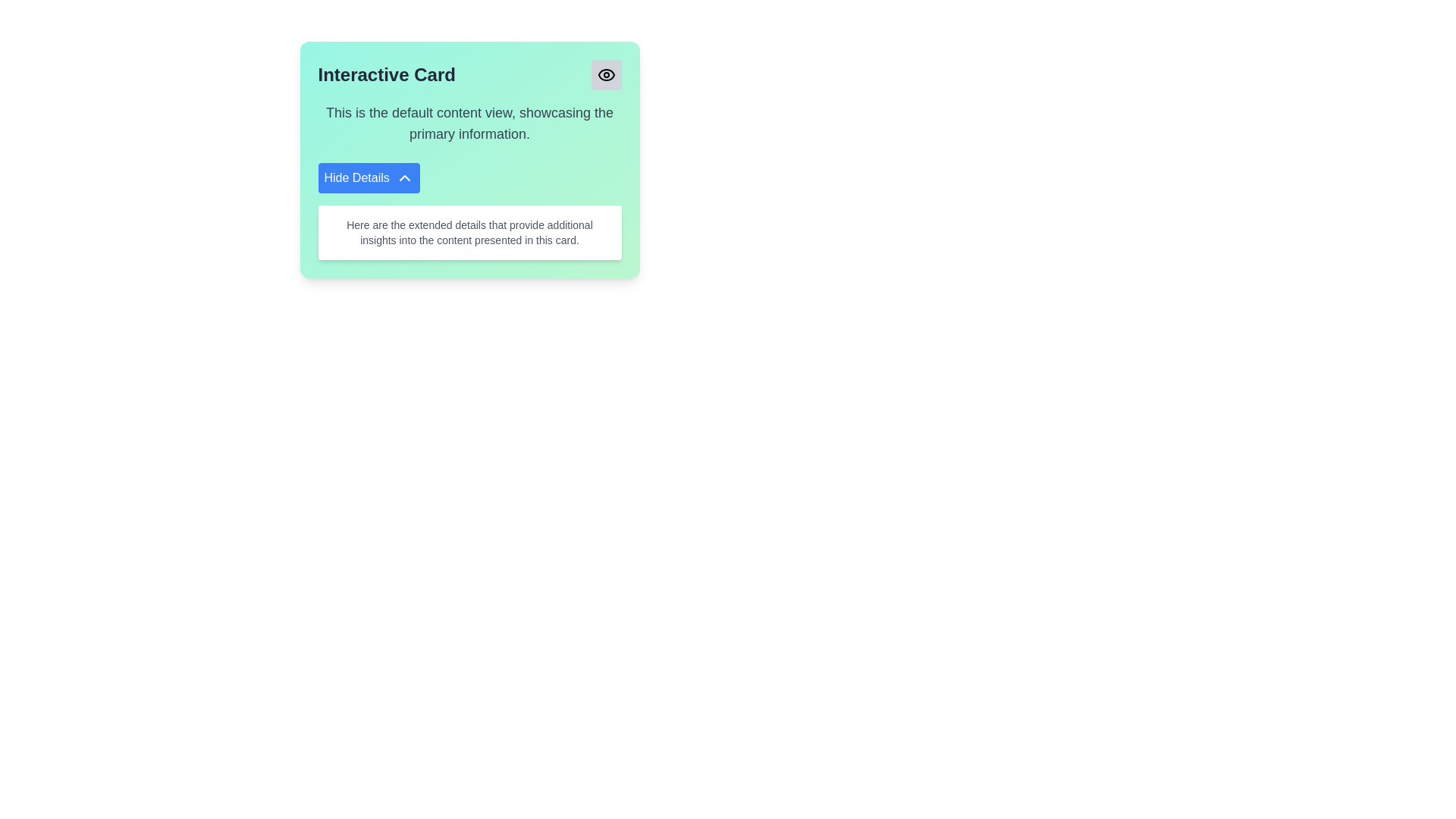 Image resolution: width=1456 pixels, height=819 pixels. What do you see at coordinates (605, 75) in the screenshot?
I see `the eye icon located in the top-right corner of the 'Interactive Card' box, which features a minimalist black line design on a transparent background` at bounding box center [605, 75].